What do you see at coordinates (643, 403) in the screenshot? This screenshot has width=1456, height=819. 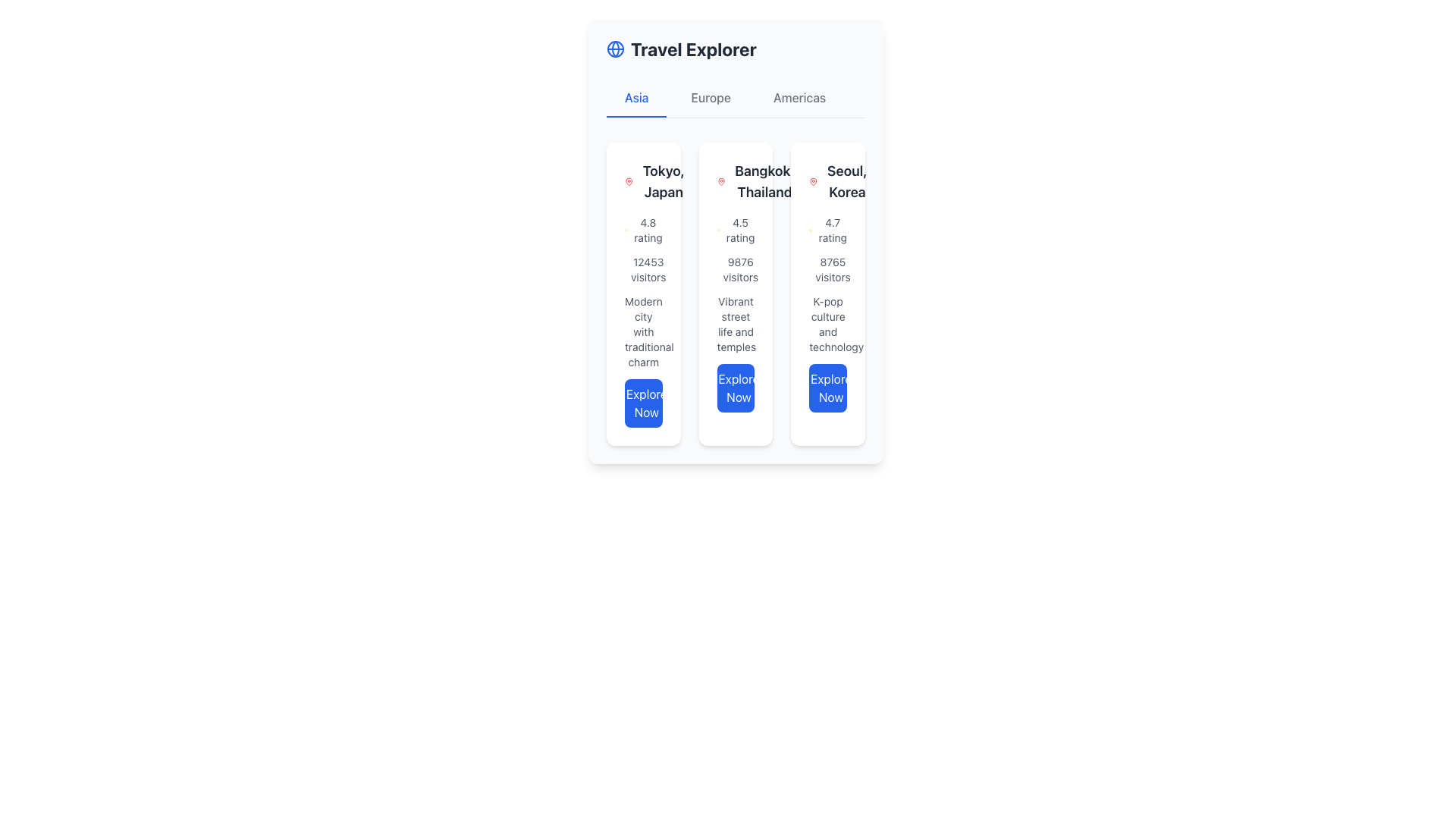 I see `the 'Explore Now' button with rounded corners and blue background located beneath the text 'Modern city with traditional charm' to observe hover effects` at bounding box center [643, 403].